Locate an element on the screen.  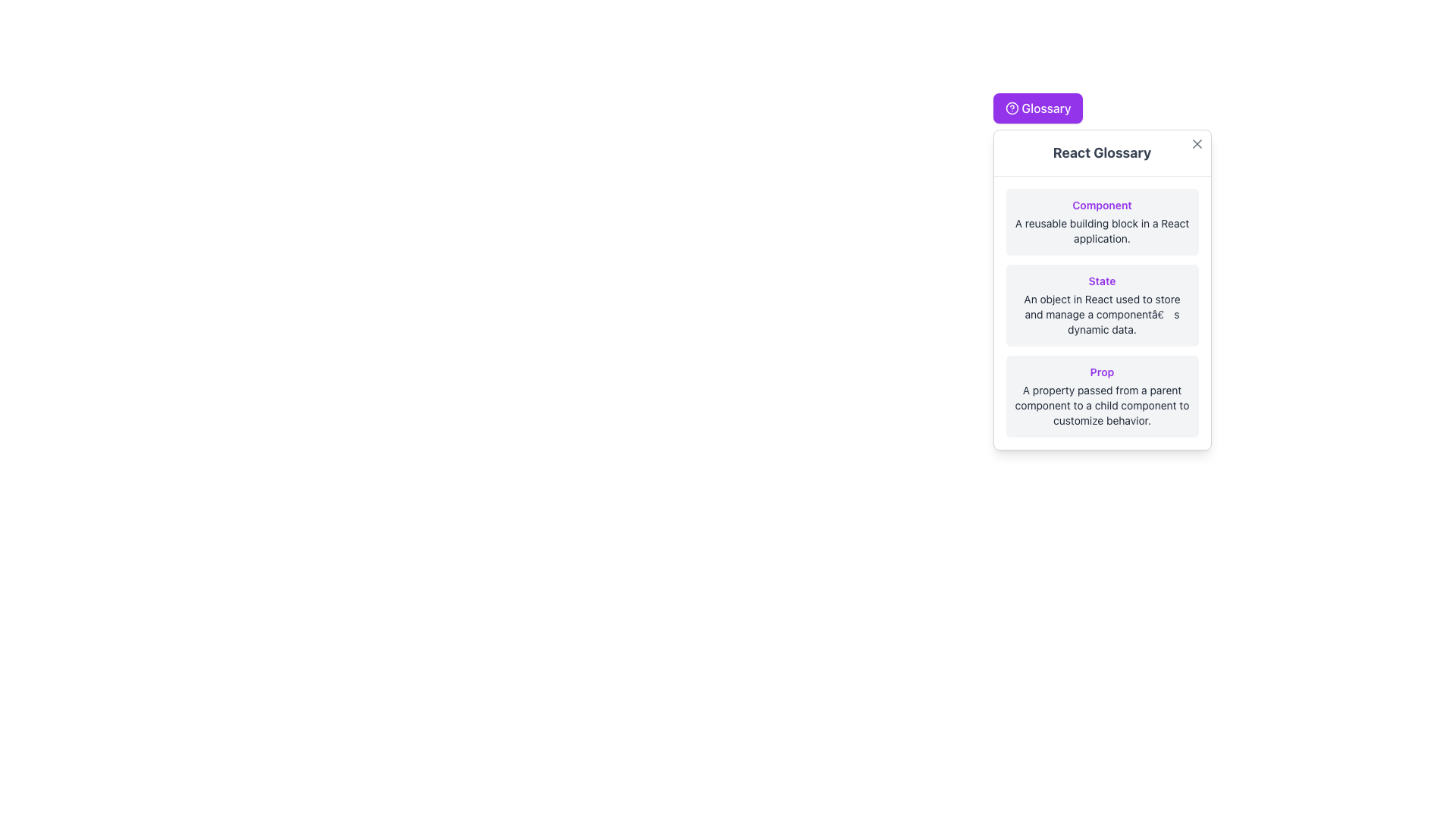
the 'Glossary' button, which has a vivid purple background and white text is located at coordinates (1037, 107).